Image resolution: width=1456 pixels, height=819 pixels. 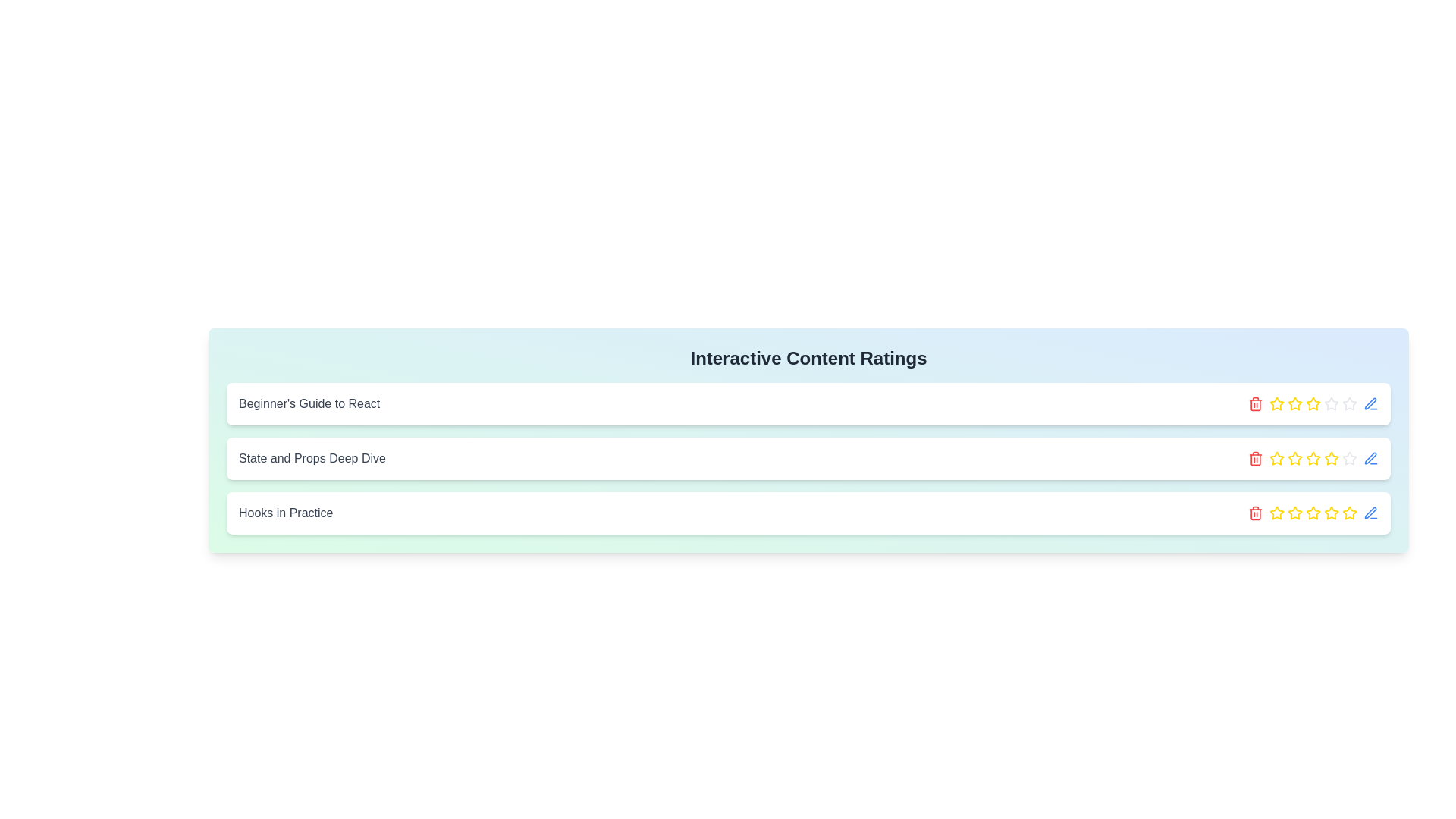 What do you see at coordinates (1294, 457) in the screenshot?
I see `the third star in the rating system under the 'State and Props Deep Dive' content row to rate a value` at bounding box center [1294, 457].